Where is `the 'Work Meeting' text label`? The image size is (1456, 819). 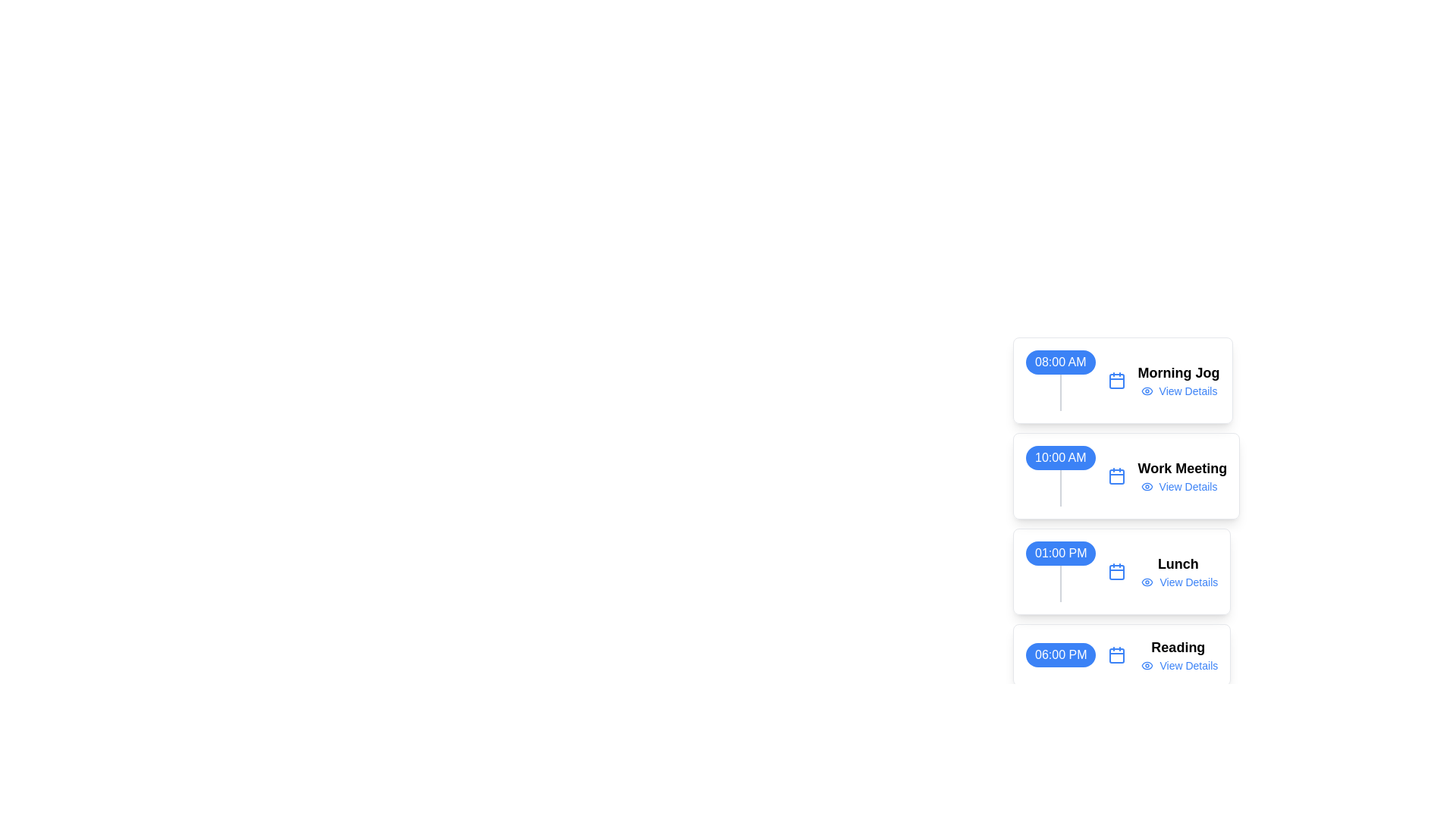 the 'Work Meeting' text label is located at coordinates (1181, 467).